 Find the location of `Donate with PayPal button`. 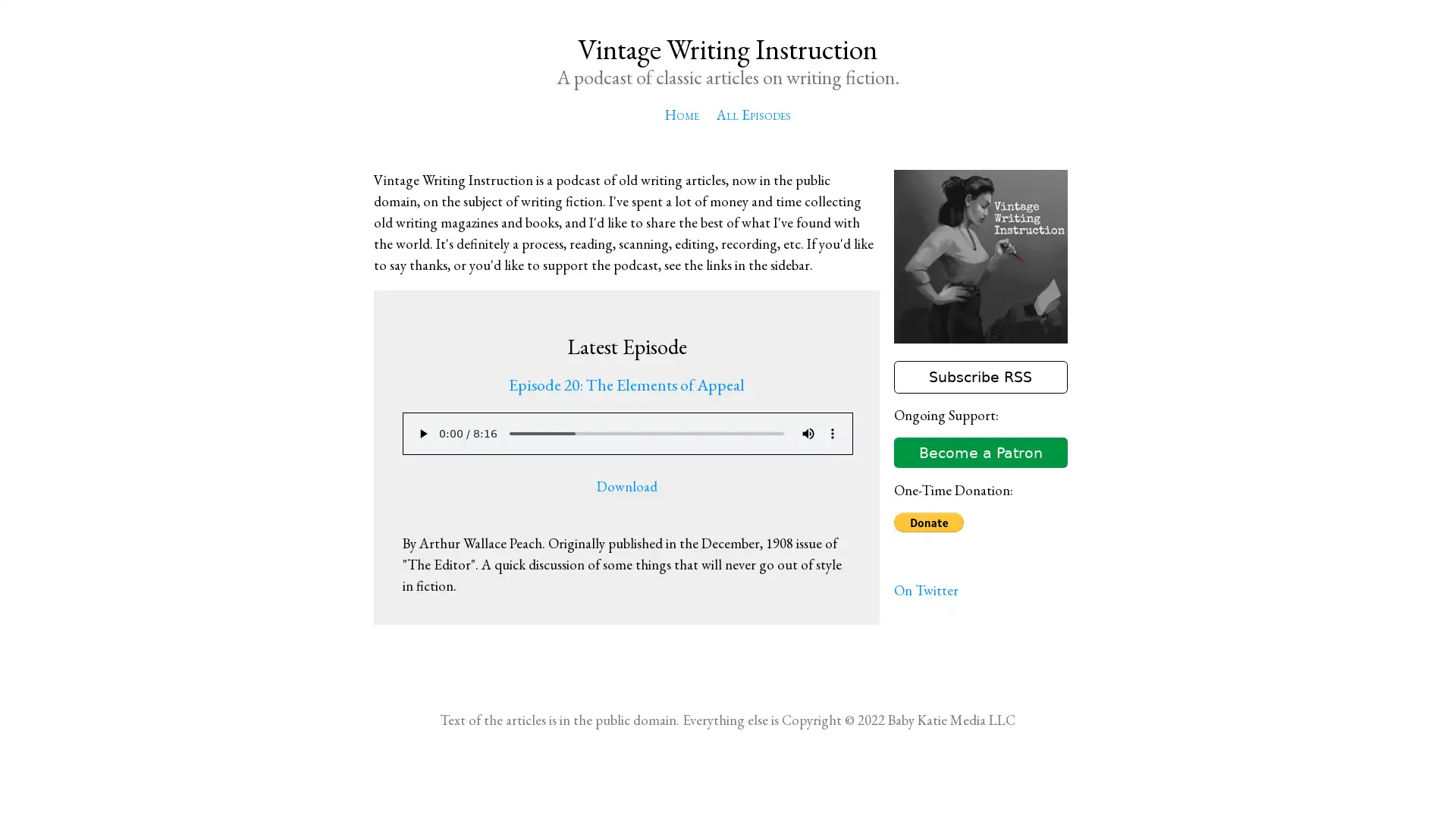

Donate with PayPal button is located at coordinates (927, 522).